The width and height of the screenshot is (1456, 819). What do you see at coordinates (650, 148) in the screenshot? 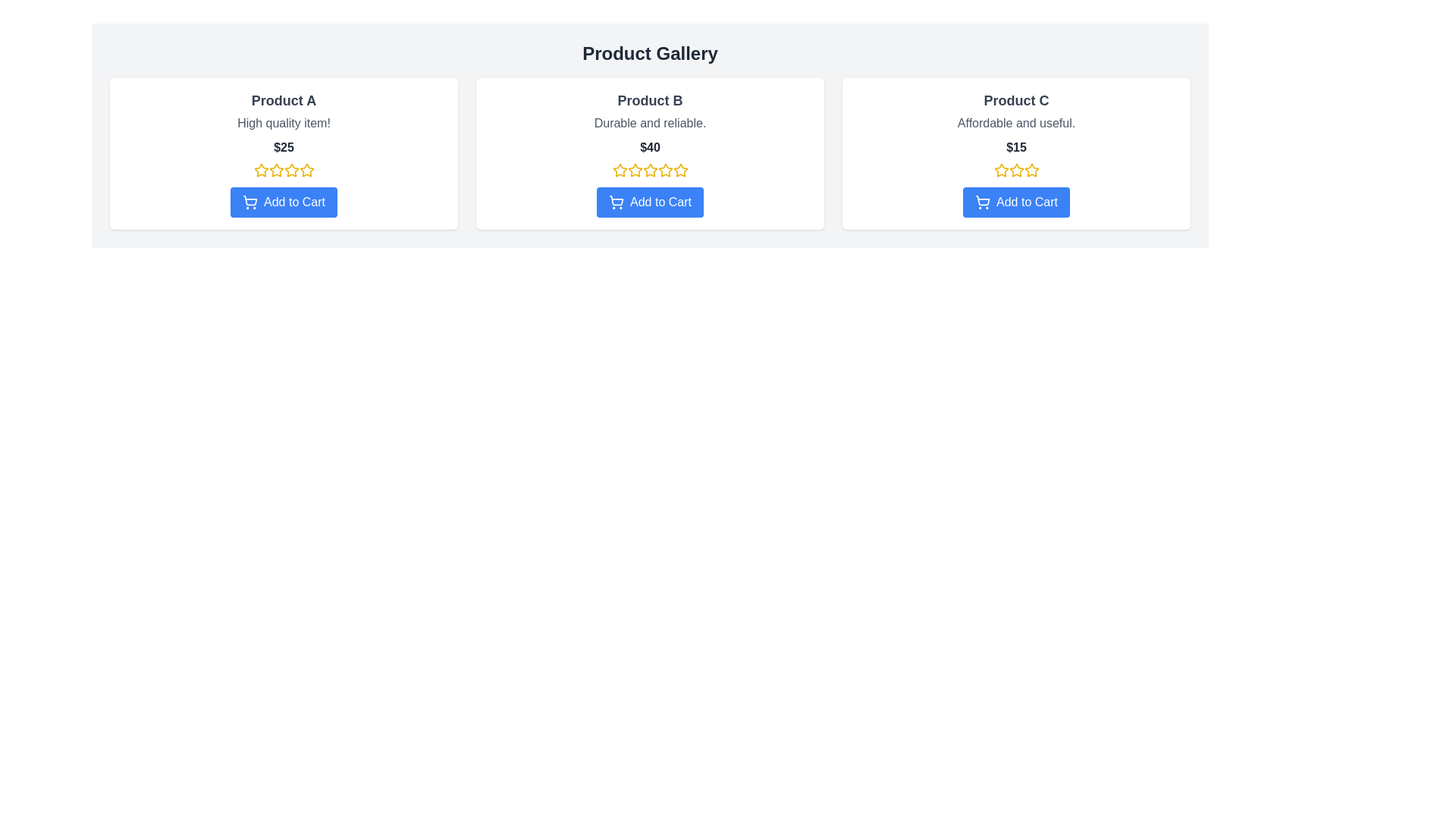
I see `the text label displaying the product price '$40', which is located in the middle column of the product gallery, under the 'Durable and reliable.' description and above the star rating` at bounding box center [650, 148].